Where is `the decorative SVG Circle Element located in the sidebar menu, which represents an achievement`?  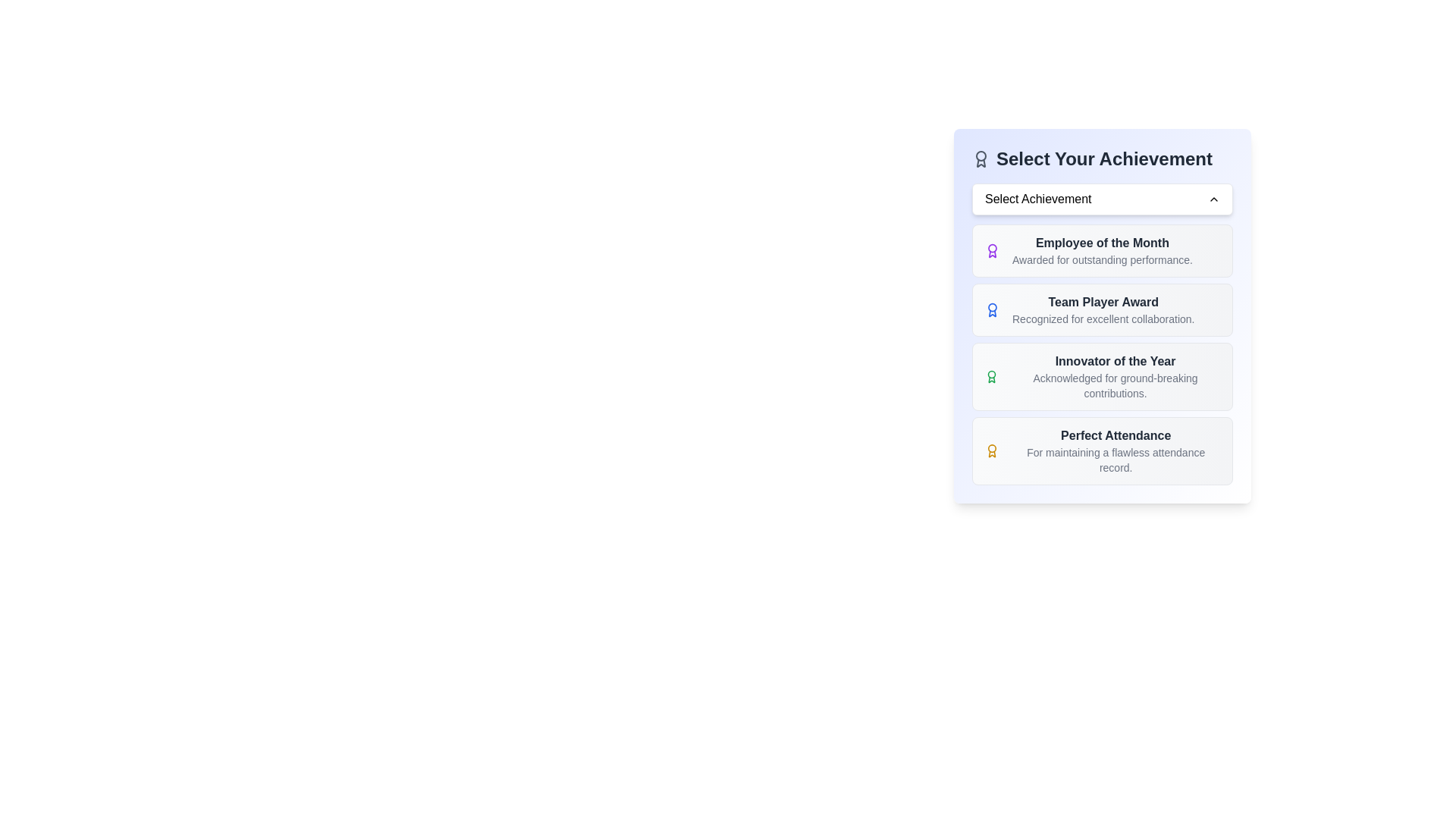
the decorative SVG Circle Element located in the sidebar menu, which represents an achievement is located at coordinates (993, 307).